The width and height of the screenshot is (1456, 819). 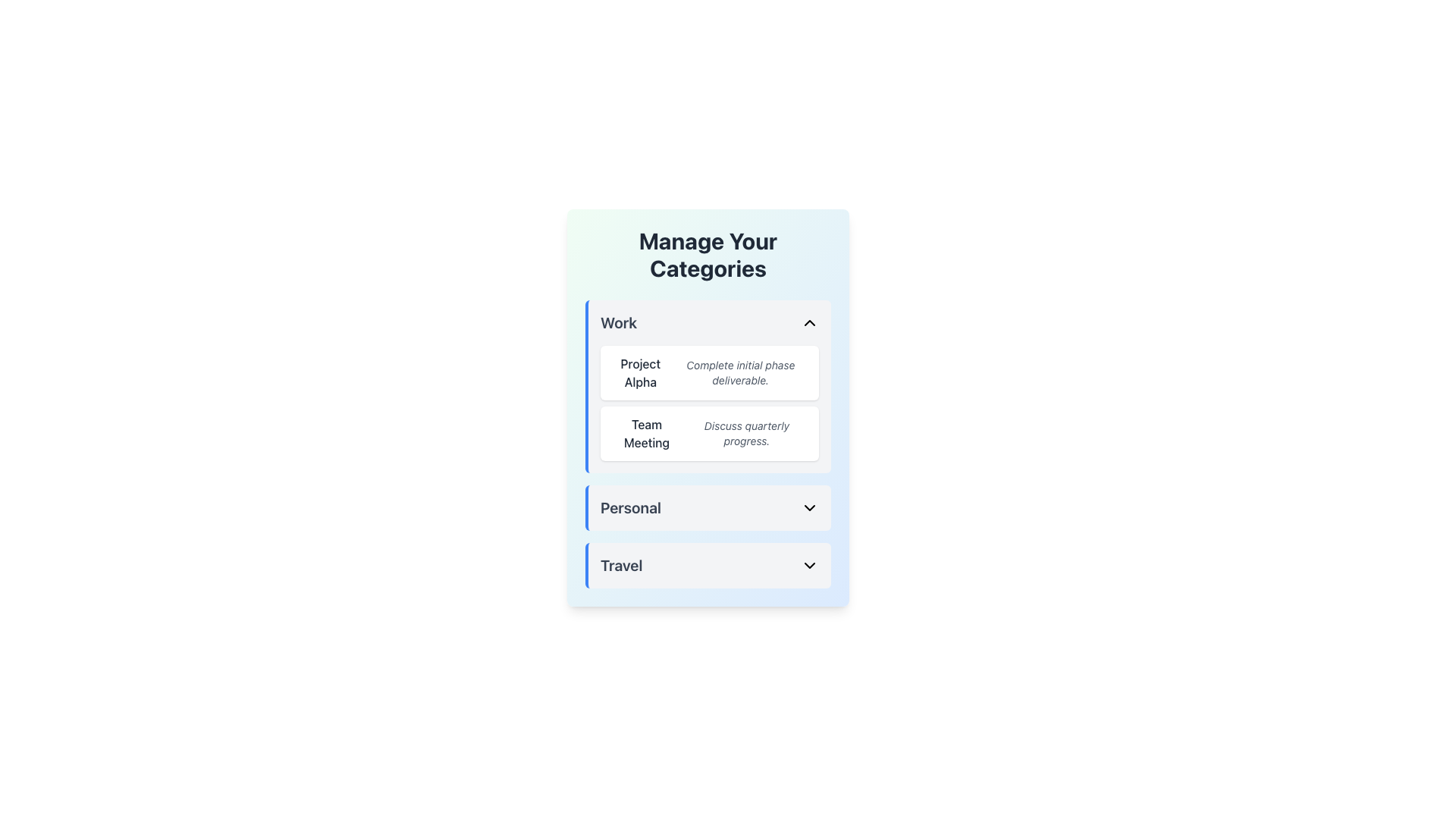 I want to click on the text label that serves as a title for the associated task in the 'Work' category, positioned to the left of the descriptive text, so click(x=640, y=373).